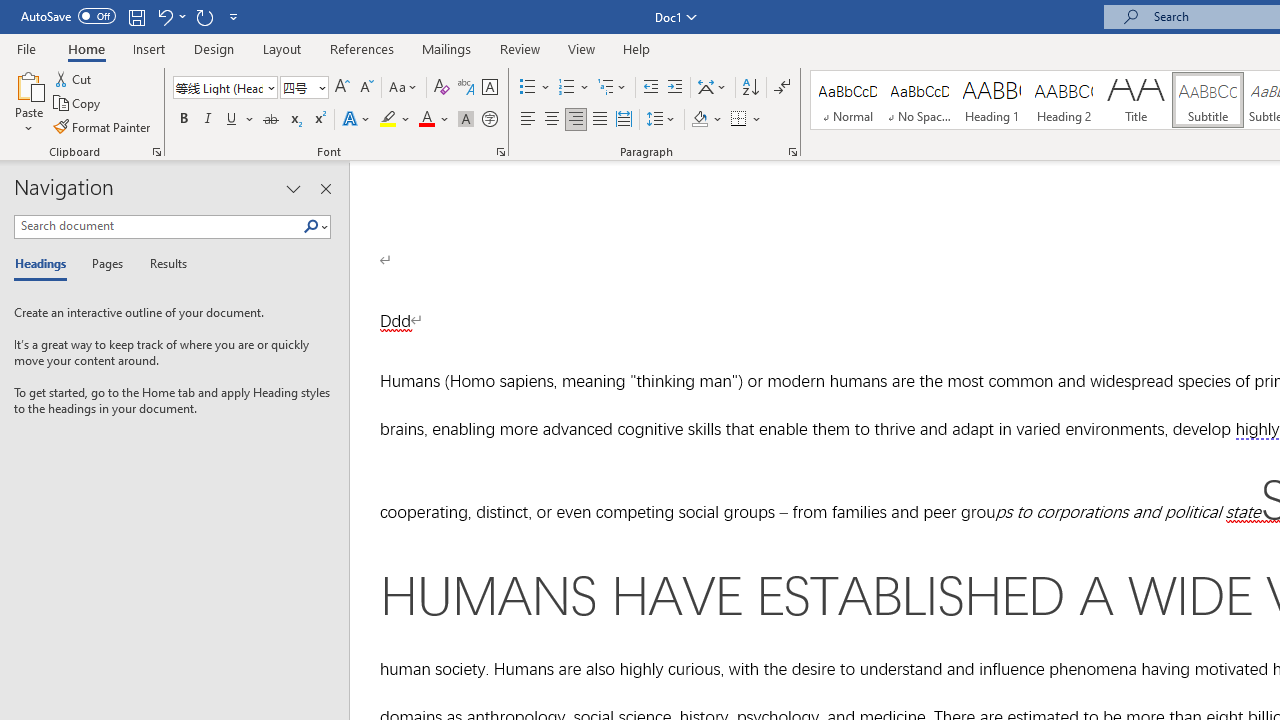  I want to click on 'Heading 2', so click(1062, 100).